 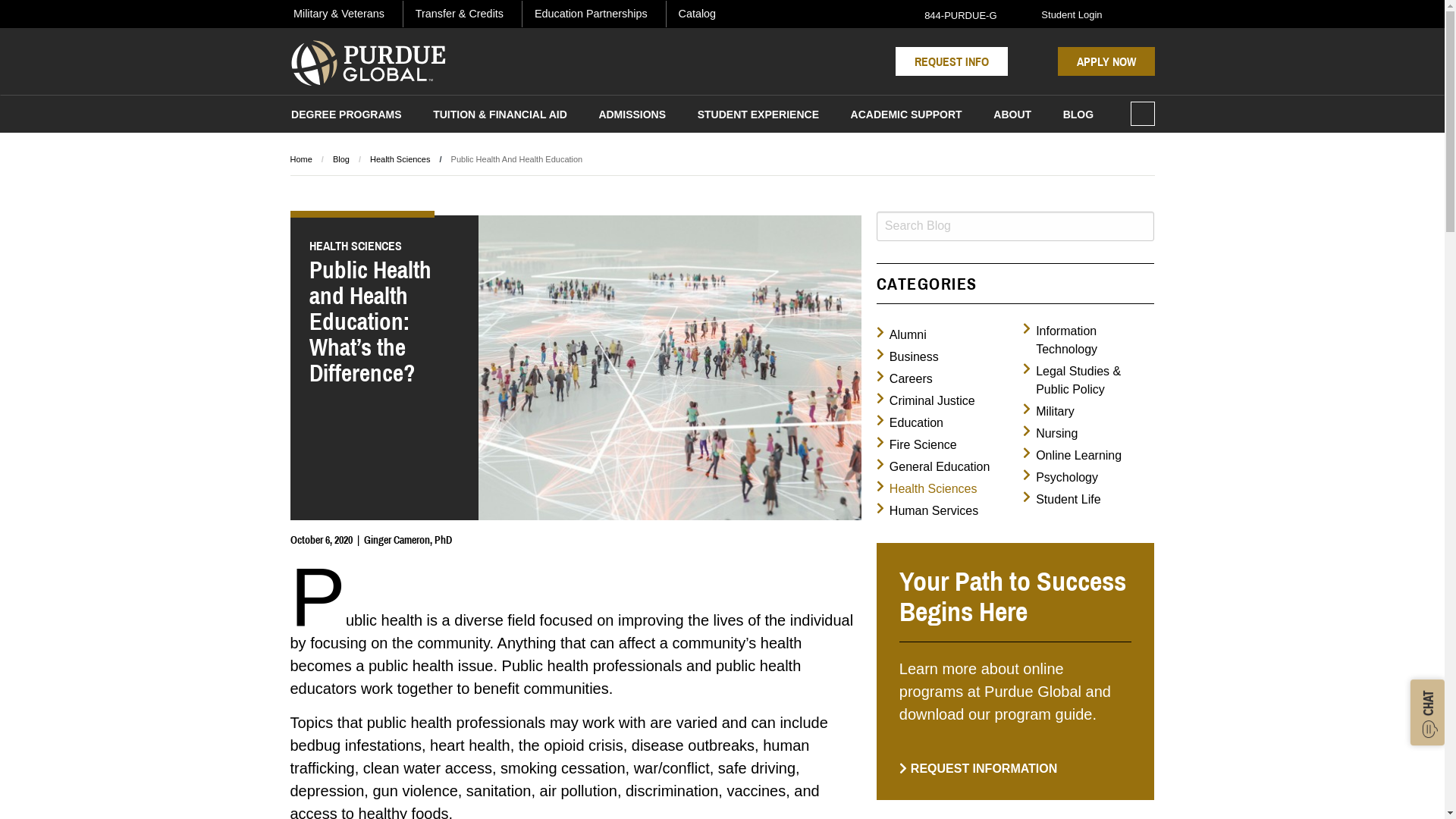 I want to click on 'General Education', so click(x=932, y=466).